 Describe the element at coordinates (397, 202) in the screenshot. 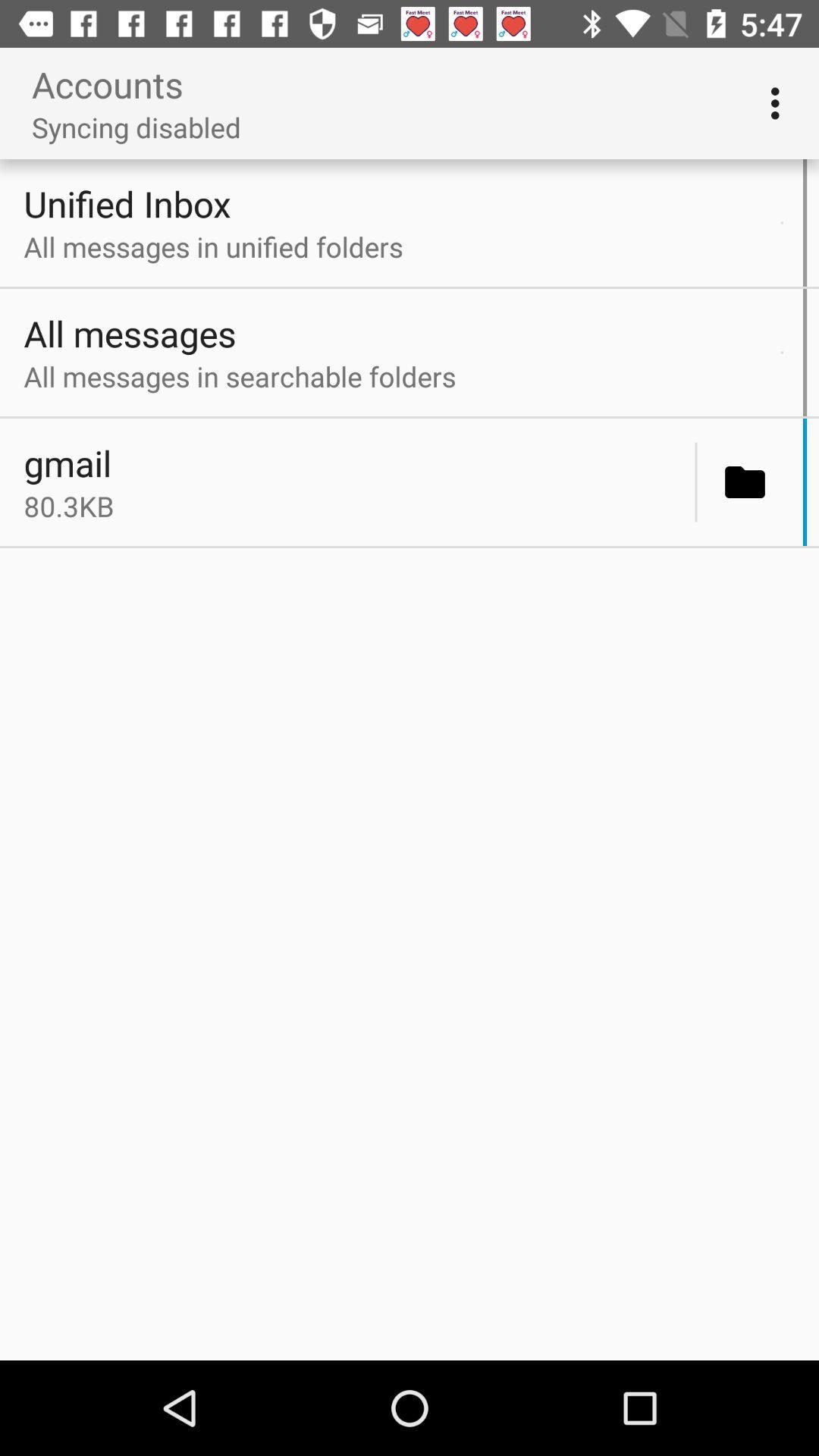

I see `the unified inbox item` at that location.